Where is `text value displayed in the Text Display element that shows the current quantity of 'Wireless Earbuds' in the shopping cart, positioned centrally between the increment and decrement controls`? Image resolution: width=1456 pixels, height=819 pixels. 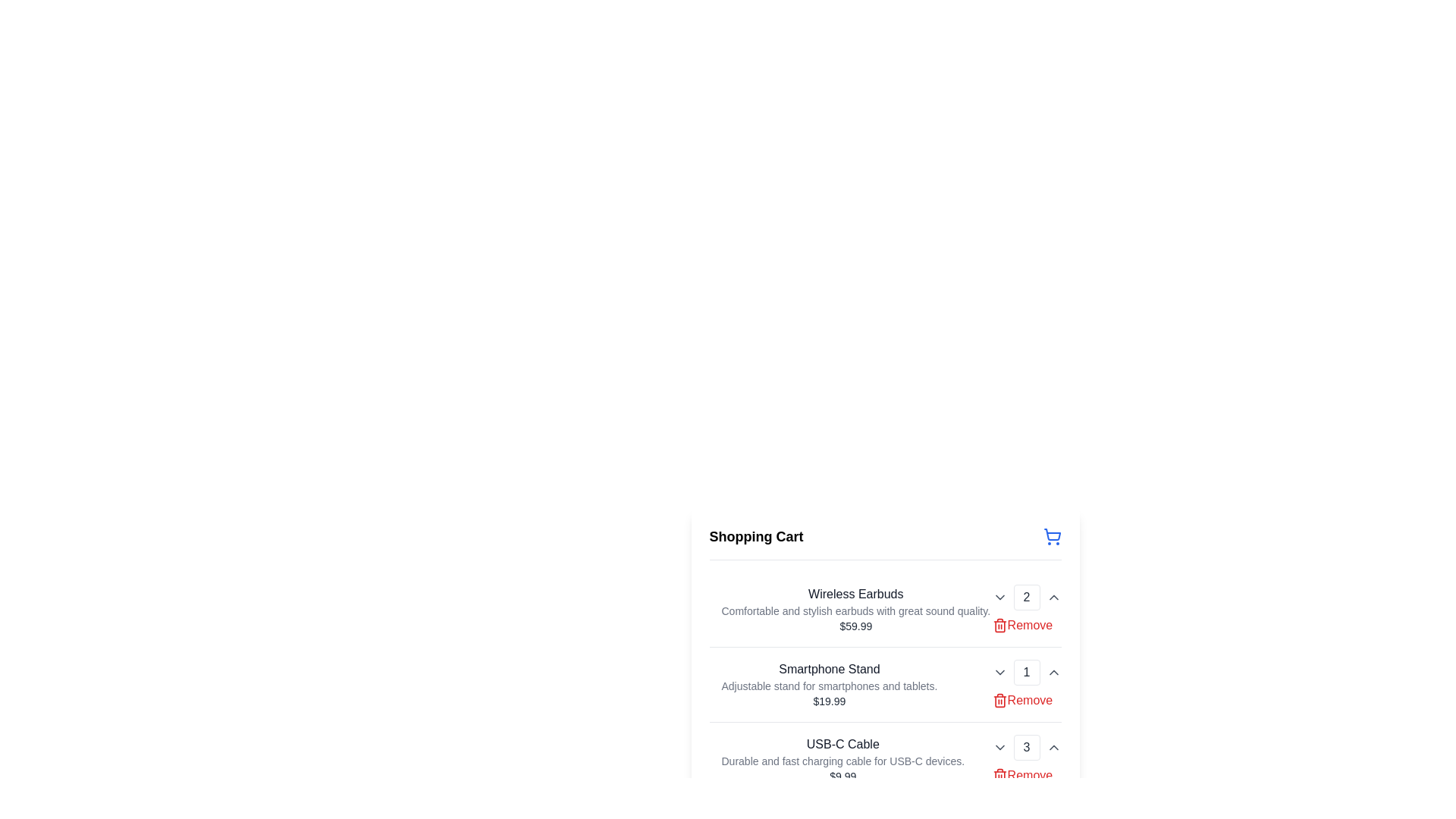 text value displayed in the Text Display element that shows the current quantity of 'Wireless Earbuds' in the shopping cart, positioned centrally between the increment and decrement controls is located at coordinates (1026, 596).